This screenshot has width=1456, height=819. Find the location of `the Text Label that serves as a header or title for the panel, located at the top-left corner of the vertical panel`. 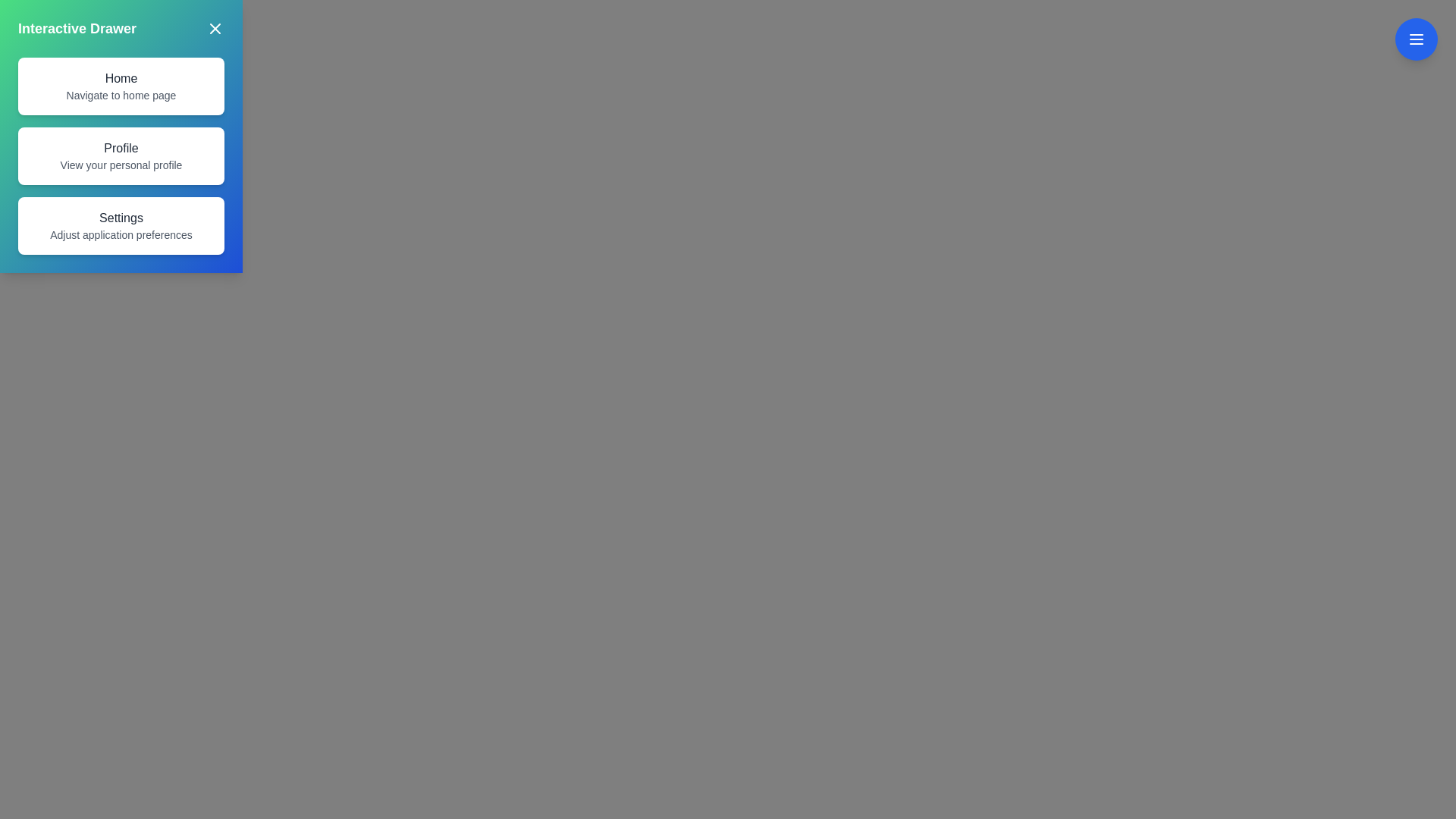

the Text Label that serves as a header or title for the panel, located at the top-left corner of the vertical panel is located at coordinates (76, 29).